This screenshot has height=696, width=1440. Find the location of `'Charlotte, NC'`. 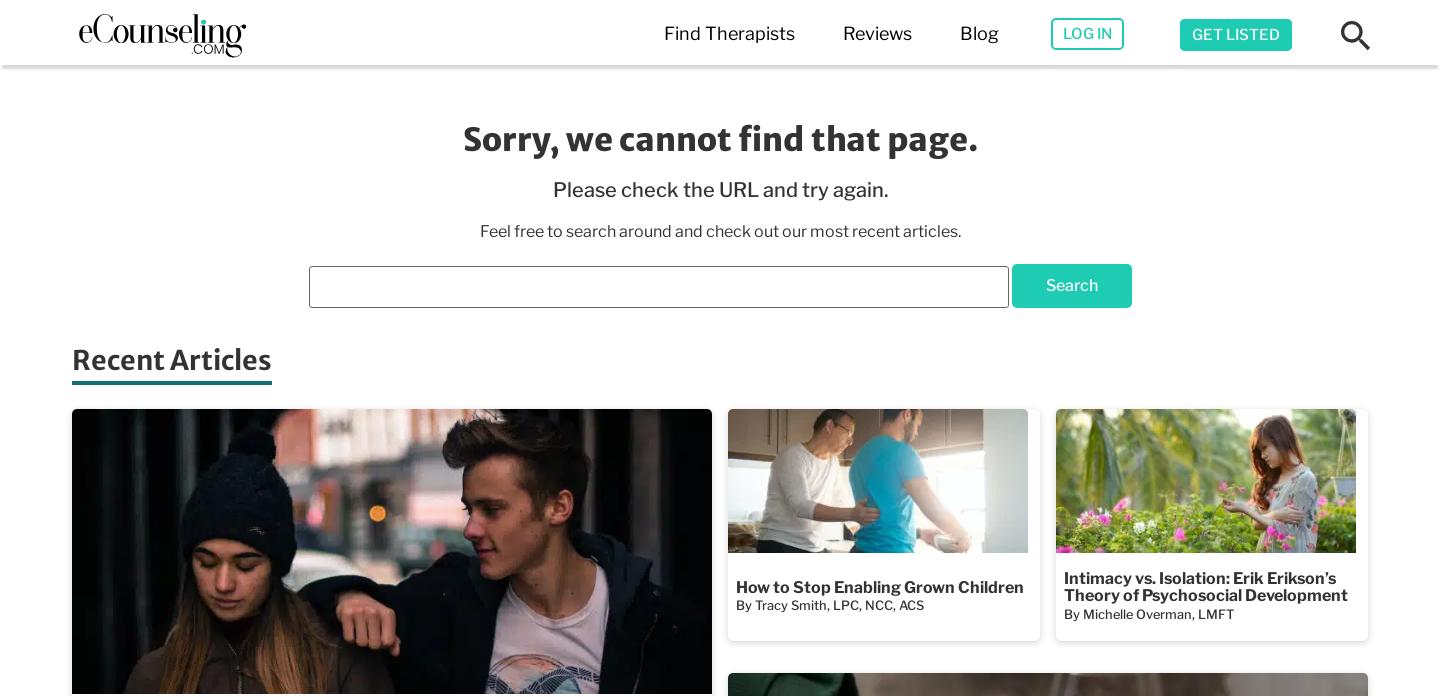

'Charlotte, NC' is located at coordinates (486, 182).